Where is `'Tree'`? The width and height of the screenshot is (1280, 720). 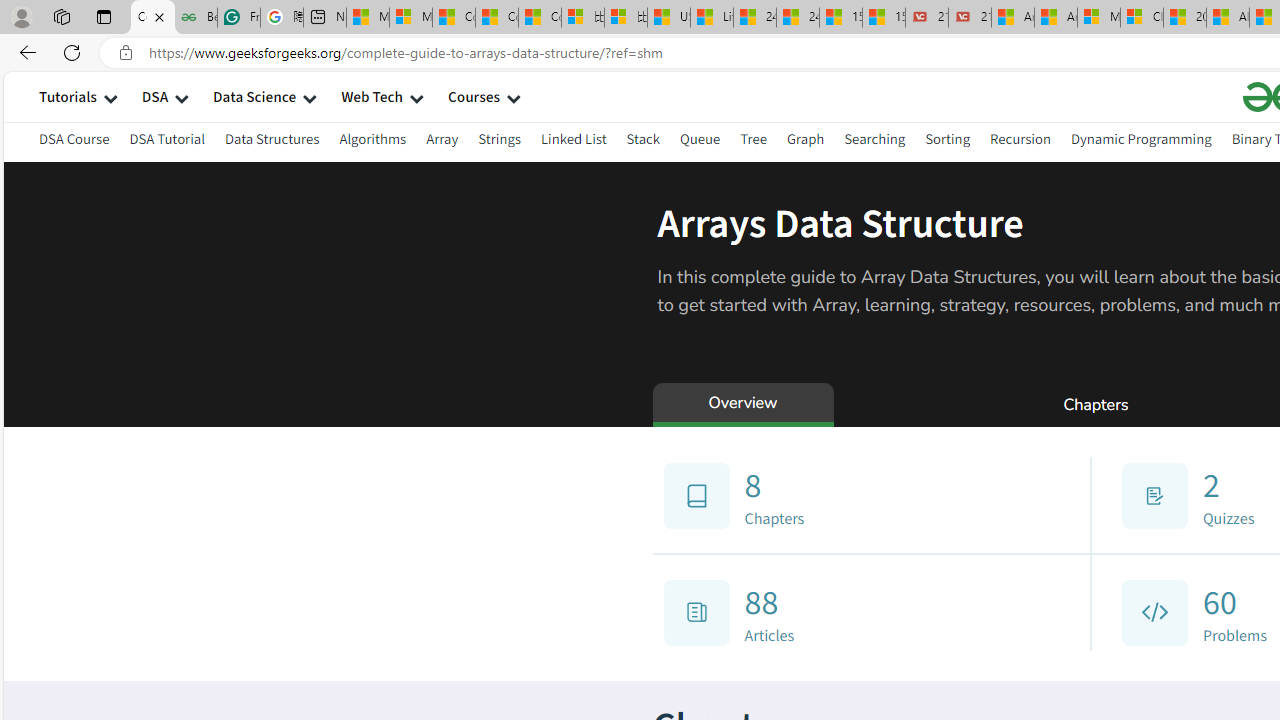
'Tree' is located at coordinates (752, 138).